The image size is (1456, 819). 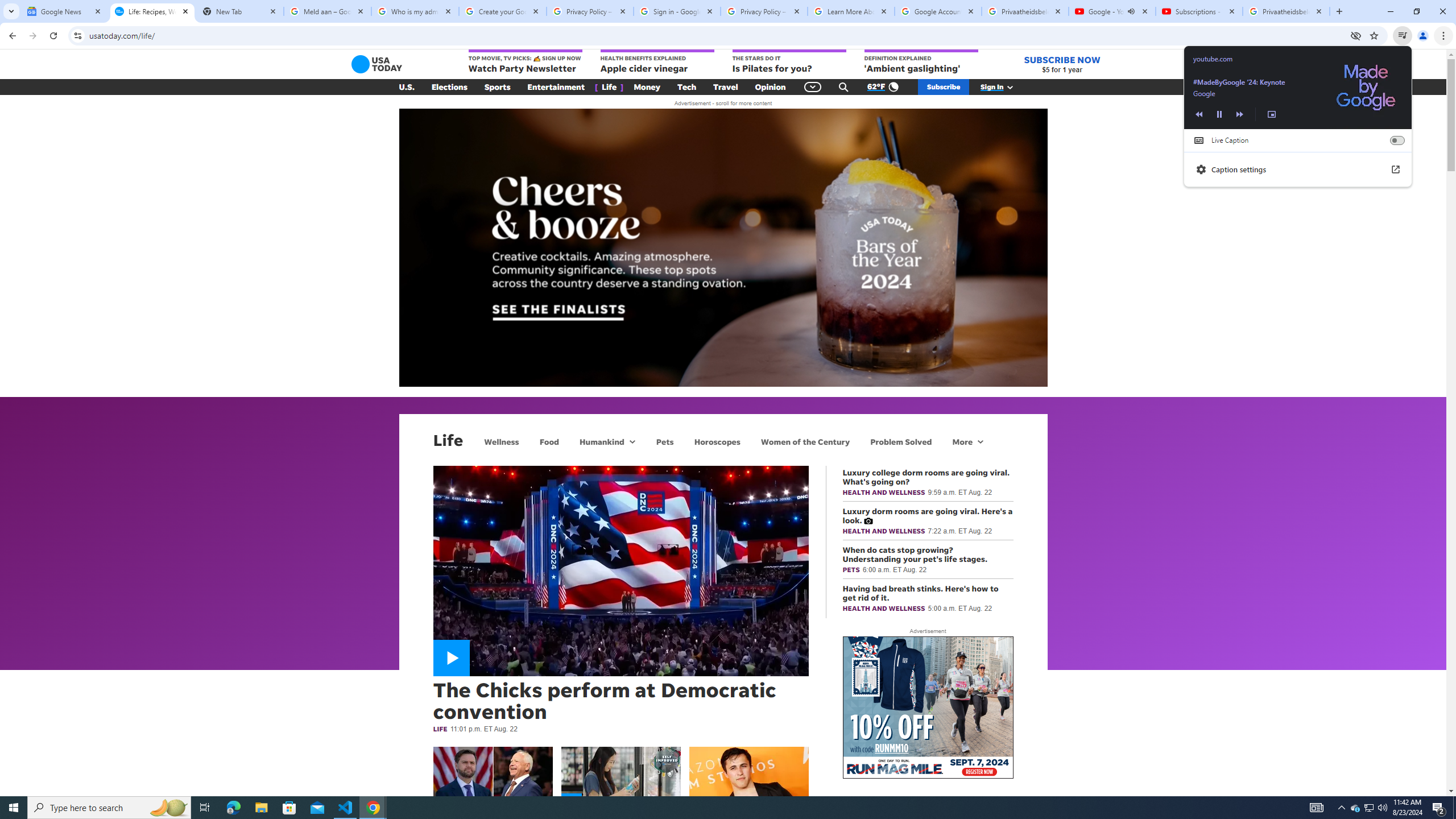 I want to click on 'Food', so click(x=549, y=441).